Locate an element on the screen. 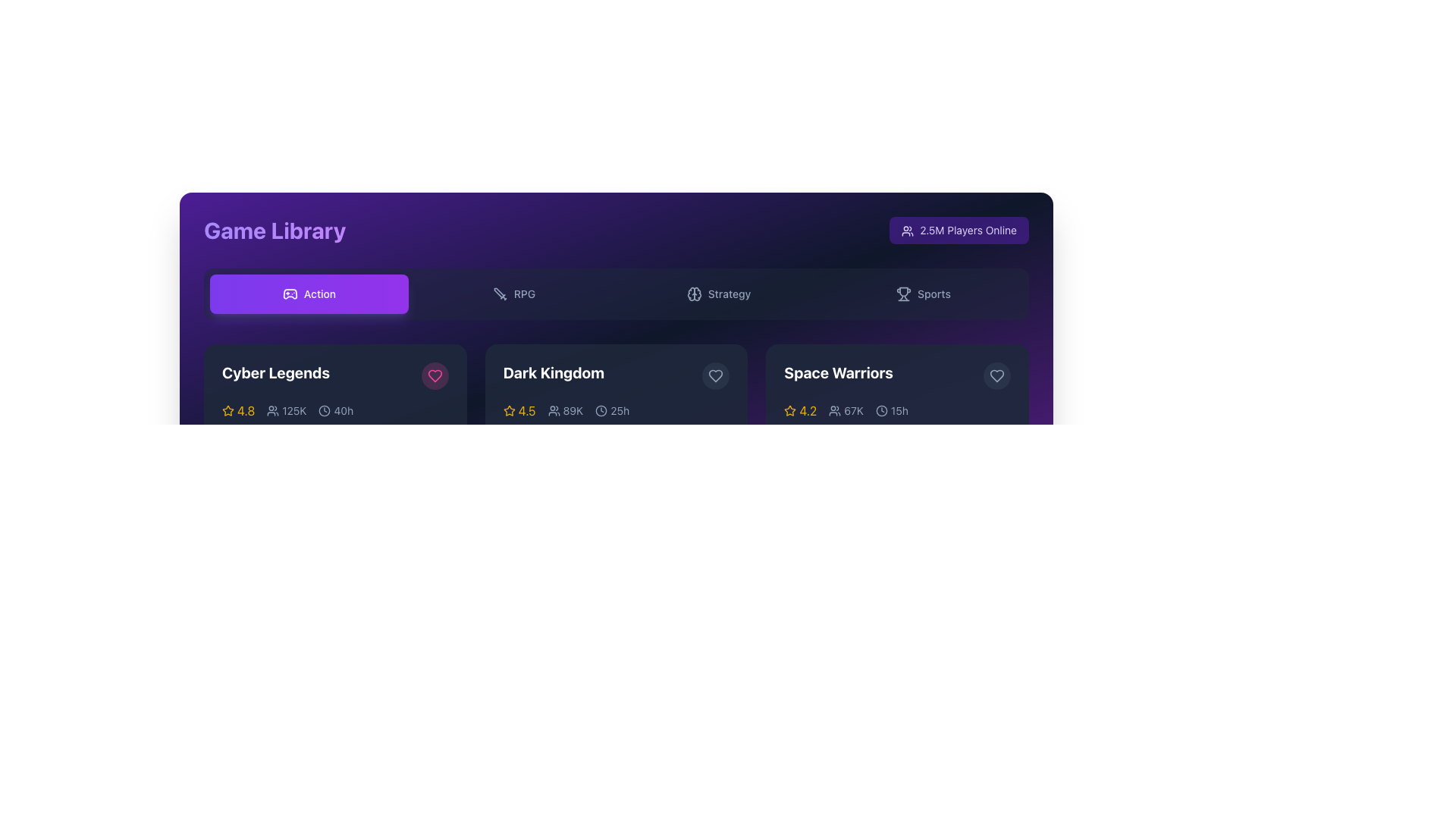 This screenshot has width=1456, height=819. the circular SVG graphic that is part of the clock icon located in the toolbar area of the interface is located at coordinates (324, 411).